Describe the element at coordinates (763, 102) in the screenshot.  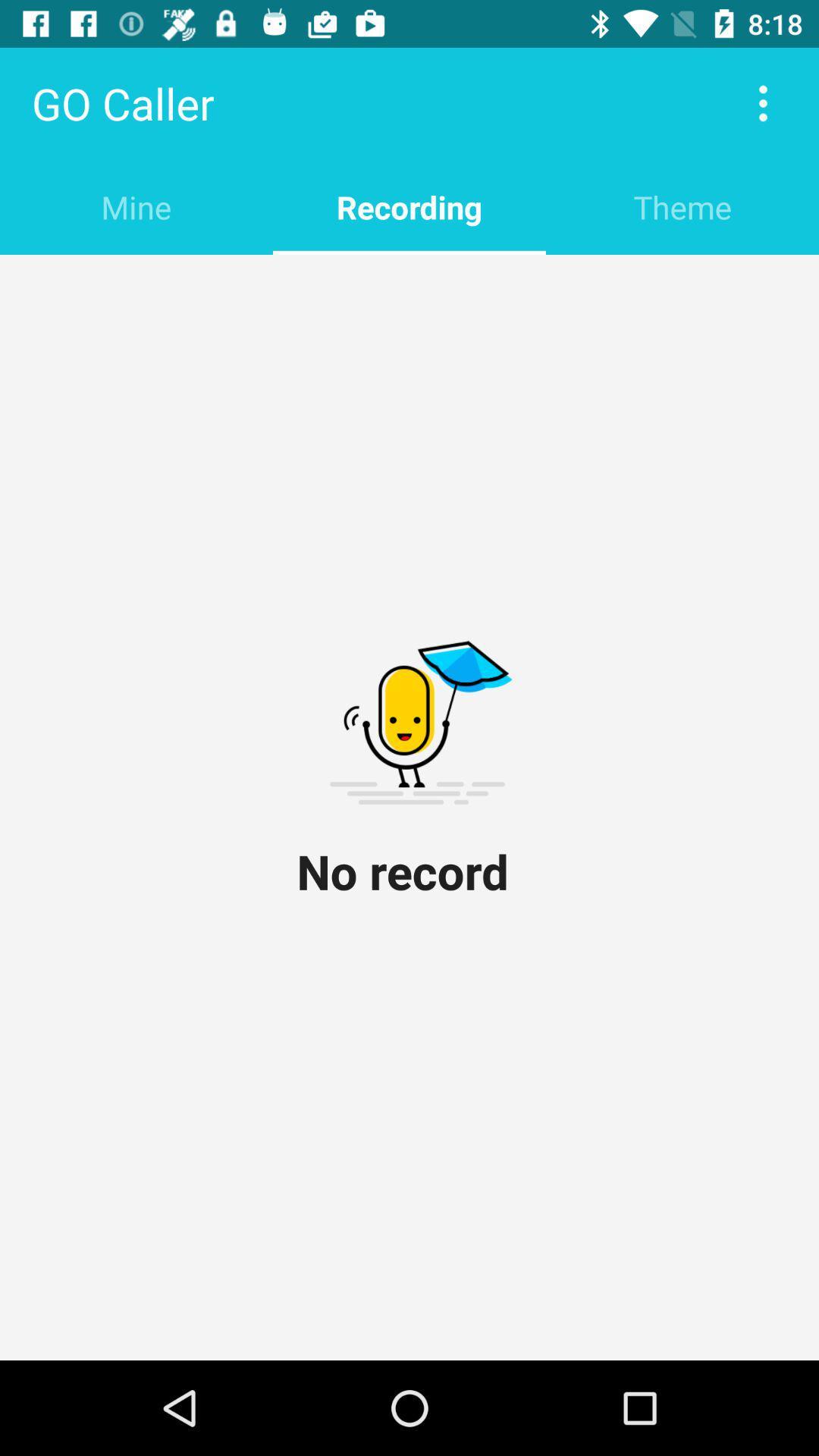
I see `the icon above theme icon` at that location.